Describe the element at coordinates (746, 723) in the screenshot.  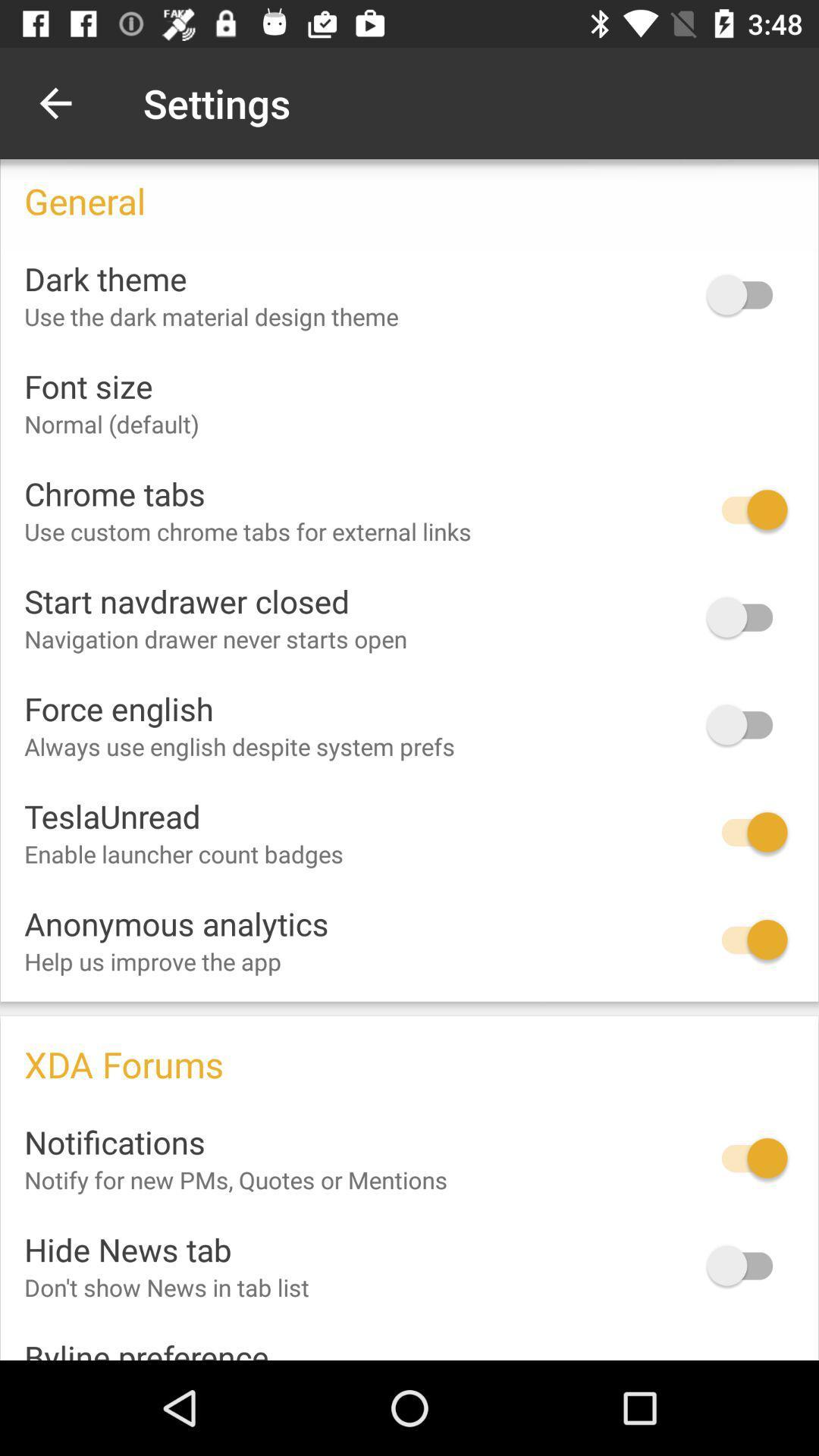
I see `force english on` at that location.